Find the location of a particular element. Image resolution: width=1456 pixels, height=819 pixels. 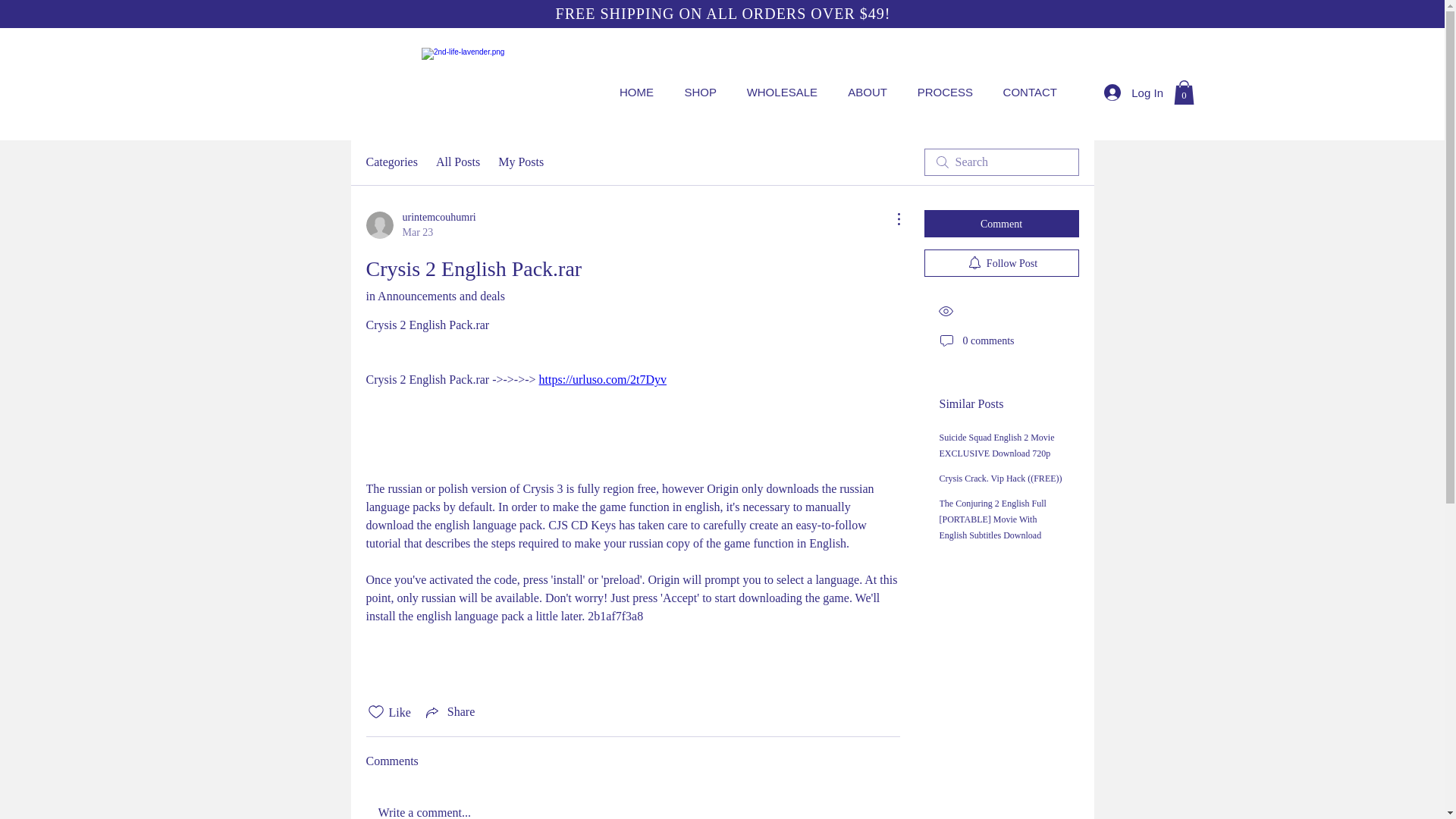

'in Announcements and deals' is located at coordinates (365, 296).